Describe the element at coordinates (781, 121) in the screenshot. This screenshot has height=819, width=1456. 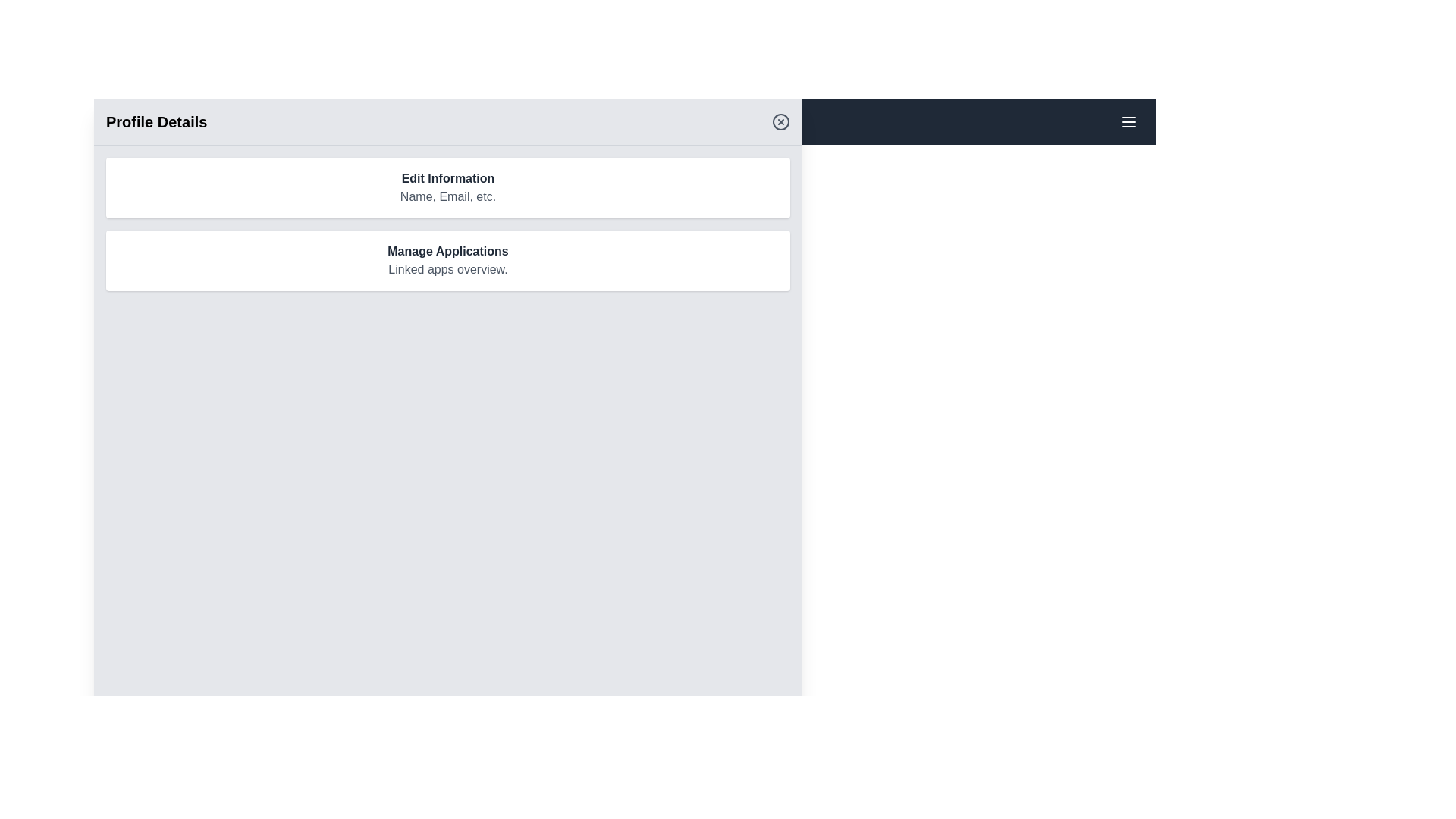
I see `the circular icon with a cross ('X') shape inside it, located at the top-right corner of the profile details section` at that location.